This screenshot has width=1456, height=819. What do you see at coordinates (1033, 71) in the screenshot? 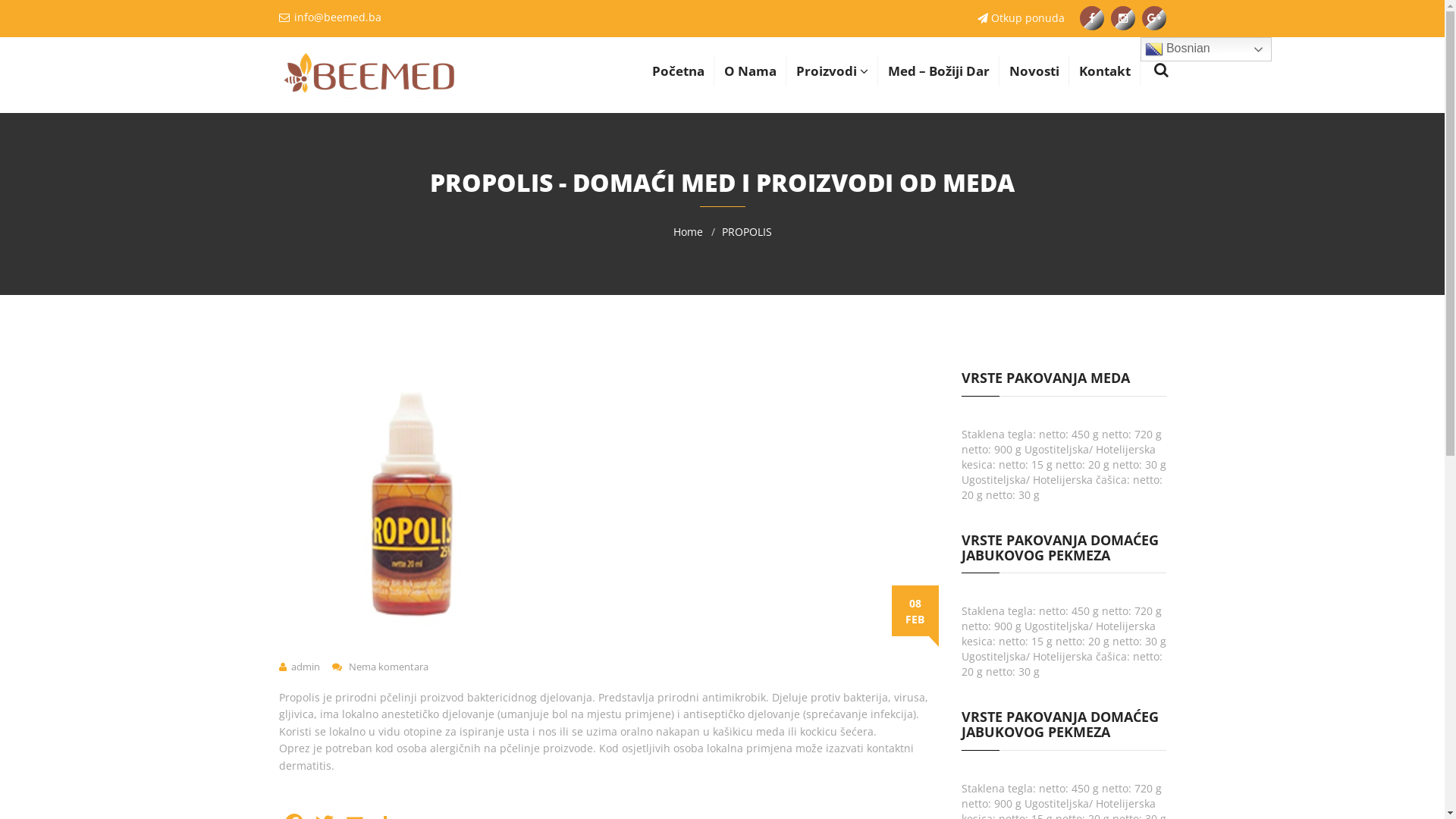
I see `'Novosti'` at bounding box center [1033, 71].